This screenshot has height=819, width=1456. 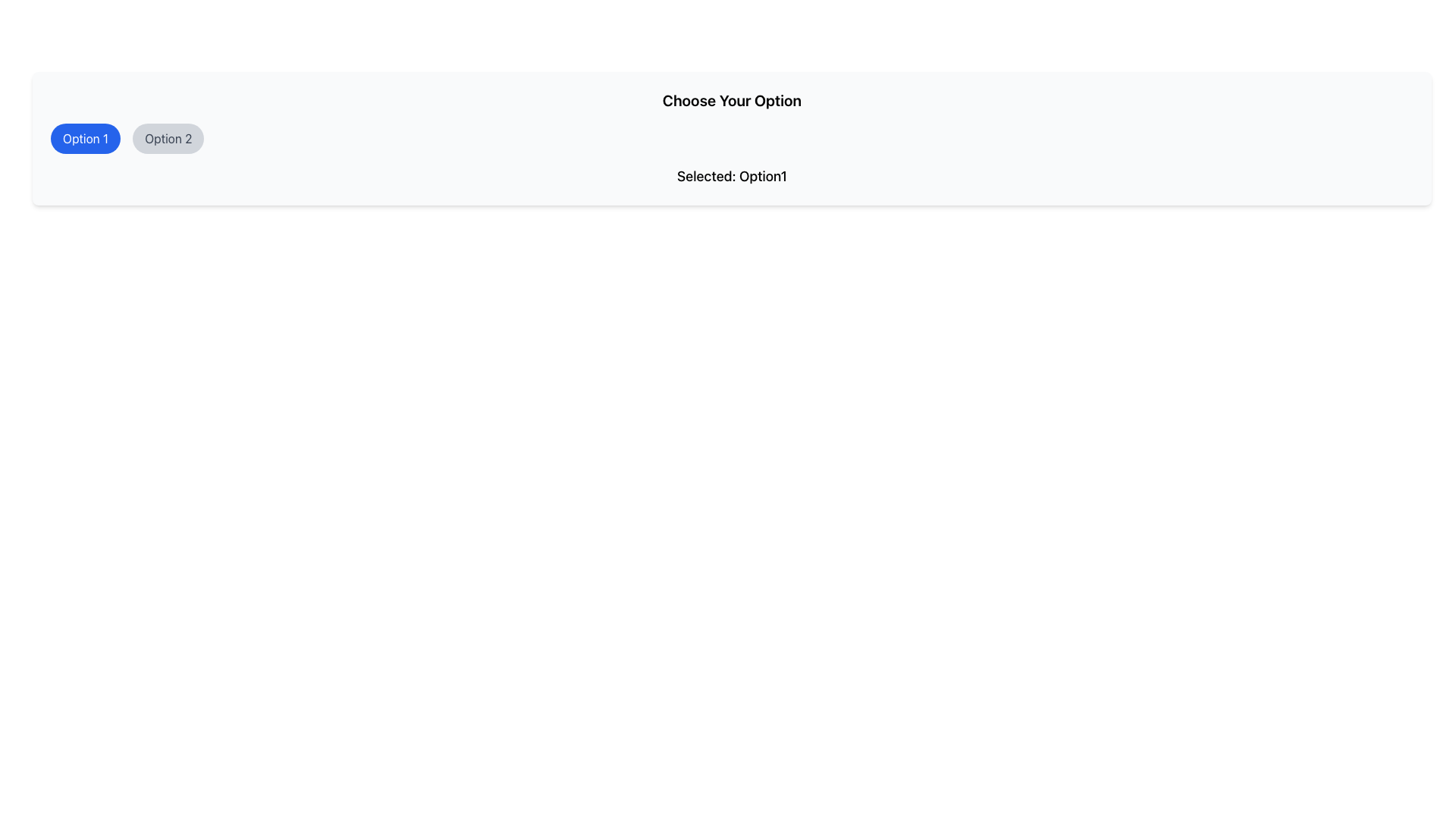 What do you see at coordinates (732, 175) in the screenshot?
I see `the text label displaying 'Selected: Option1', which is styled in bold and centered within the selection interface, located below the buttons 'Option 1' and 'Option 2'` at bounding box center [732, 175].